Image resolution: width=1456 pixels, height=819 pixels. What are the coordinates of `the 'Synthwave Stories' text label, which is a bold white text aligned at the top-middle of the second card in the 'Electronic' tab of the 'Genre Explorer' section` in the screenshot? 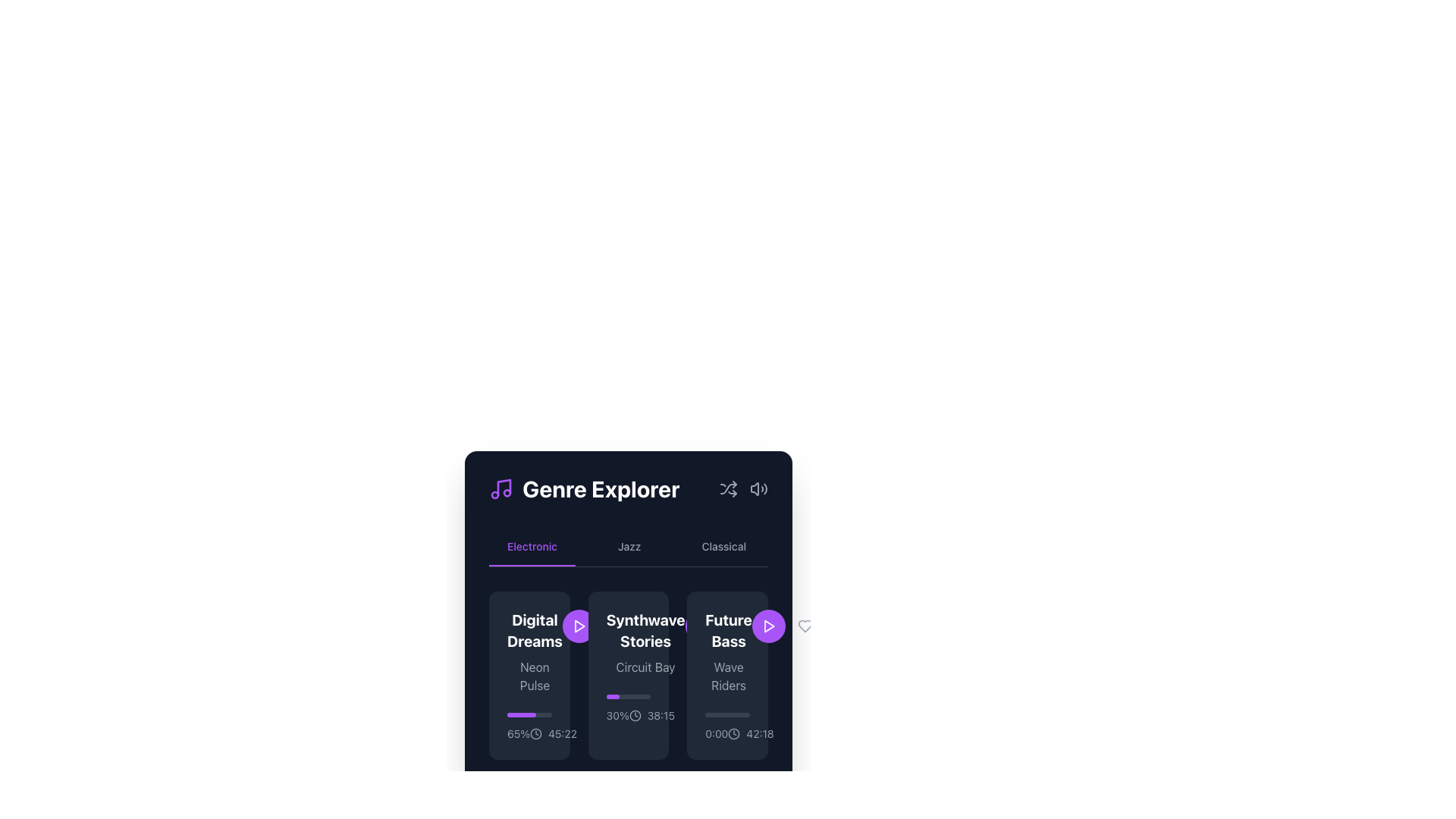 It's located at (629, 643).